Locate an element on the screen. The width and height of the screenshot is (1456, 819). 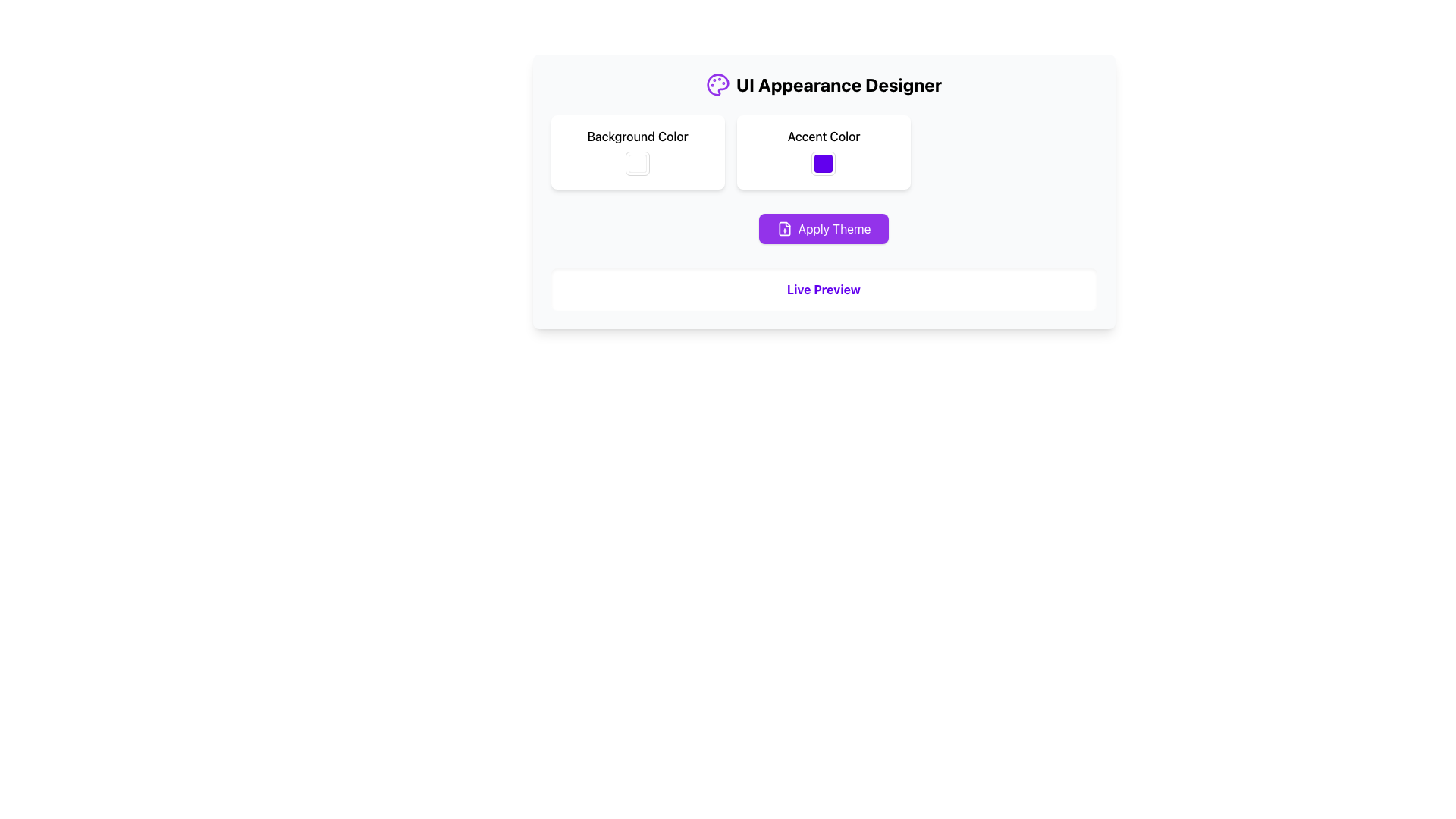
the Color Selection Component located is located at coordinates (823, 152).